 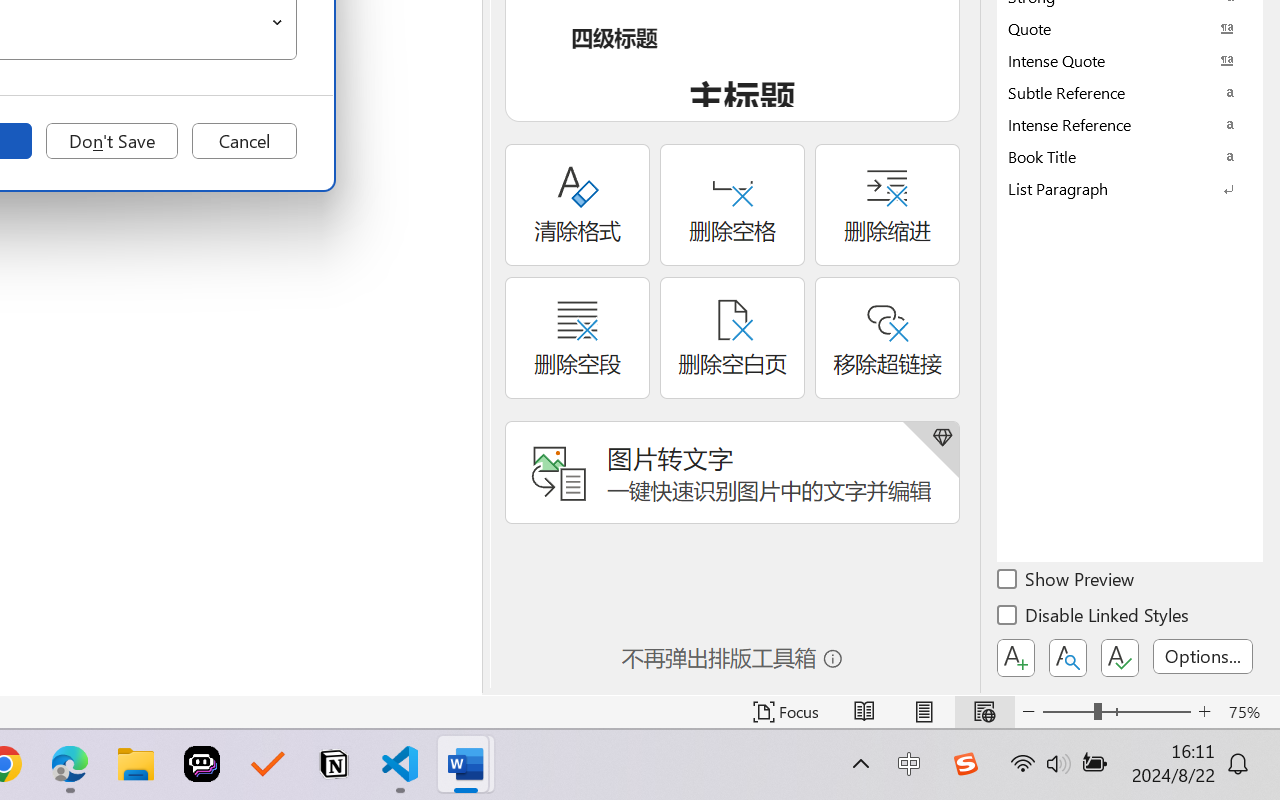 What do you see at coordinates (1120, 657) in the screenshot?
I see `'Class: NetUIButton'` at bounding box center [1120, 657].